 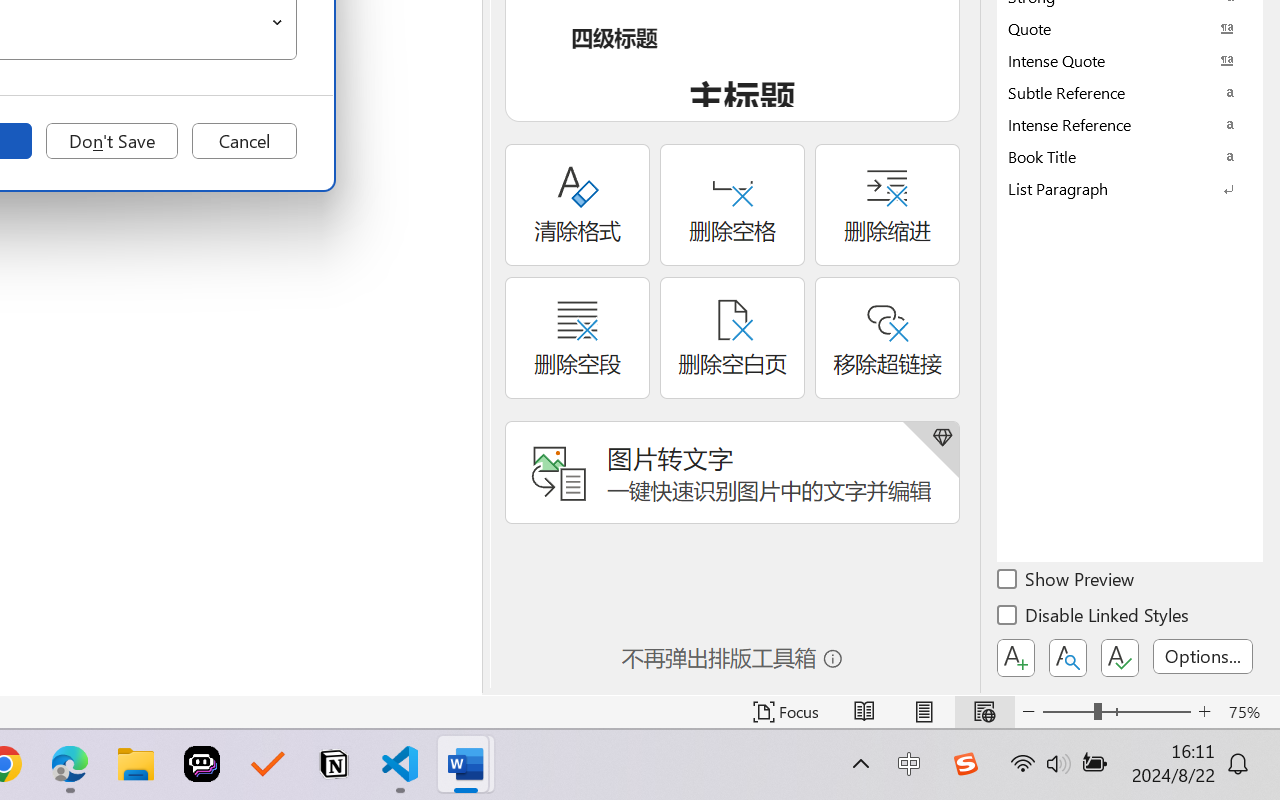 What do you see at coordinates (1120, 657) in the screenshot?
I see `'Class: NetUIButton'` at bounding box center [1120, 657].